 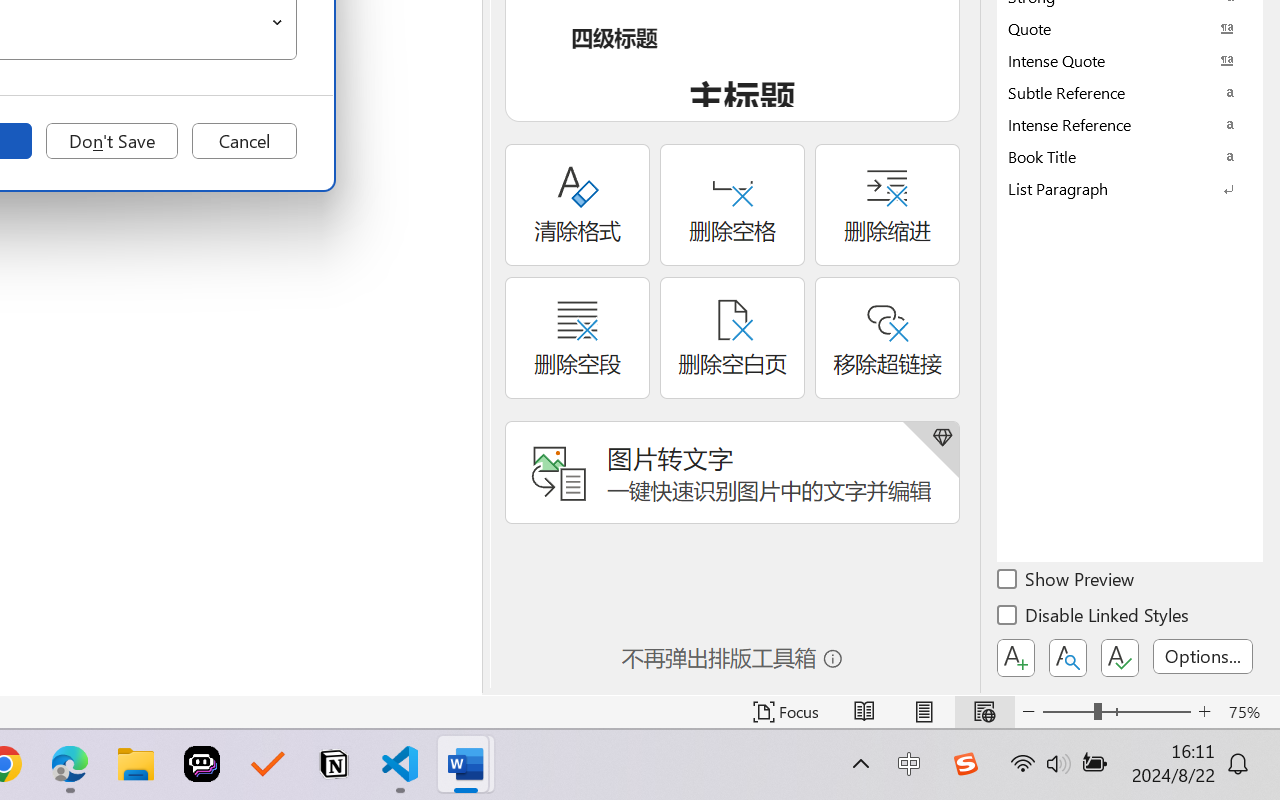 What do you see at coordinates (1120, 657) in the screenshot?
I see `'Class: NetUIButton'` at bounding box center [1120, 657].